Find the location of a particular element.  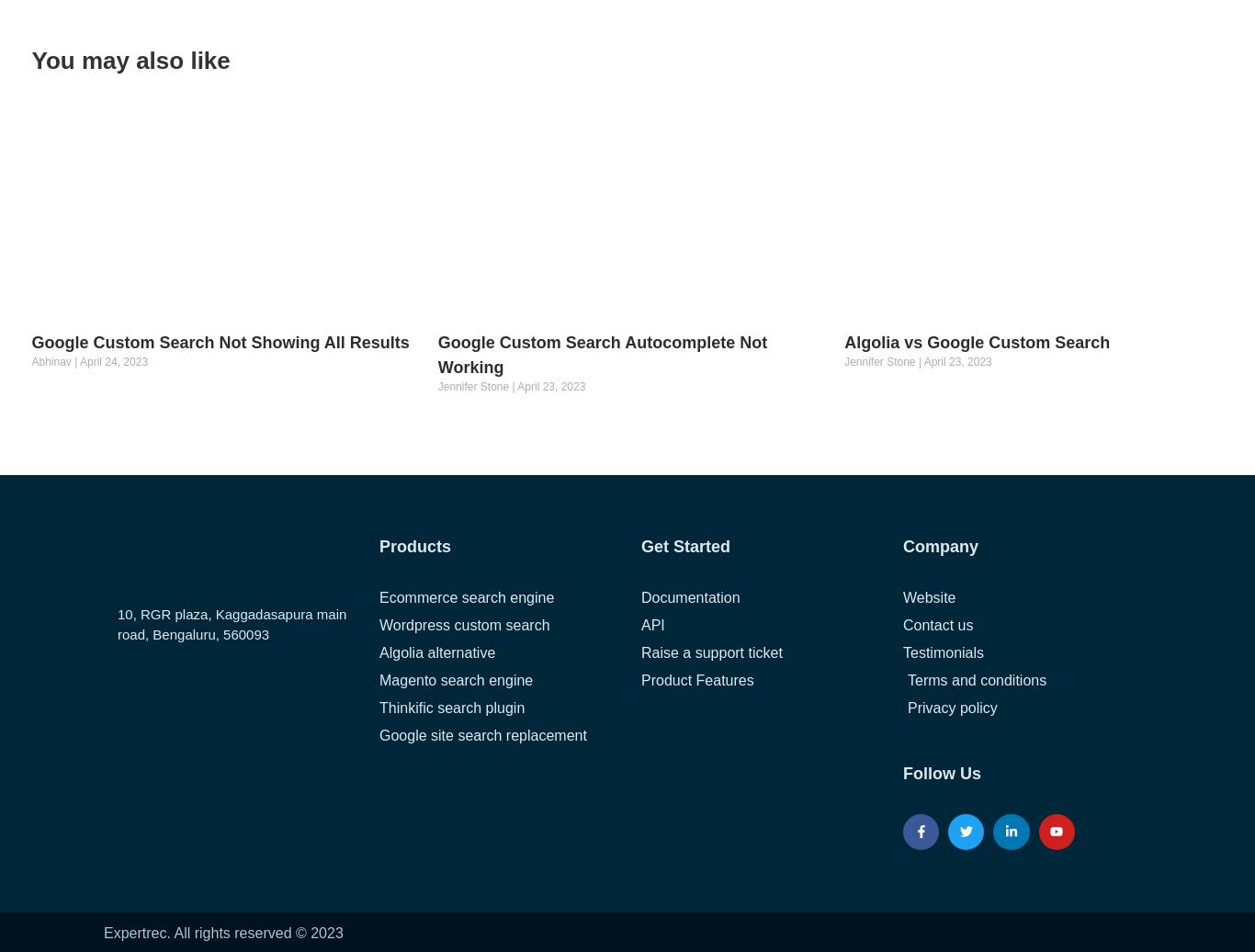

'Google site search replacement' is located at coordinates (482, 734).